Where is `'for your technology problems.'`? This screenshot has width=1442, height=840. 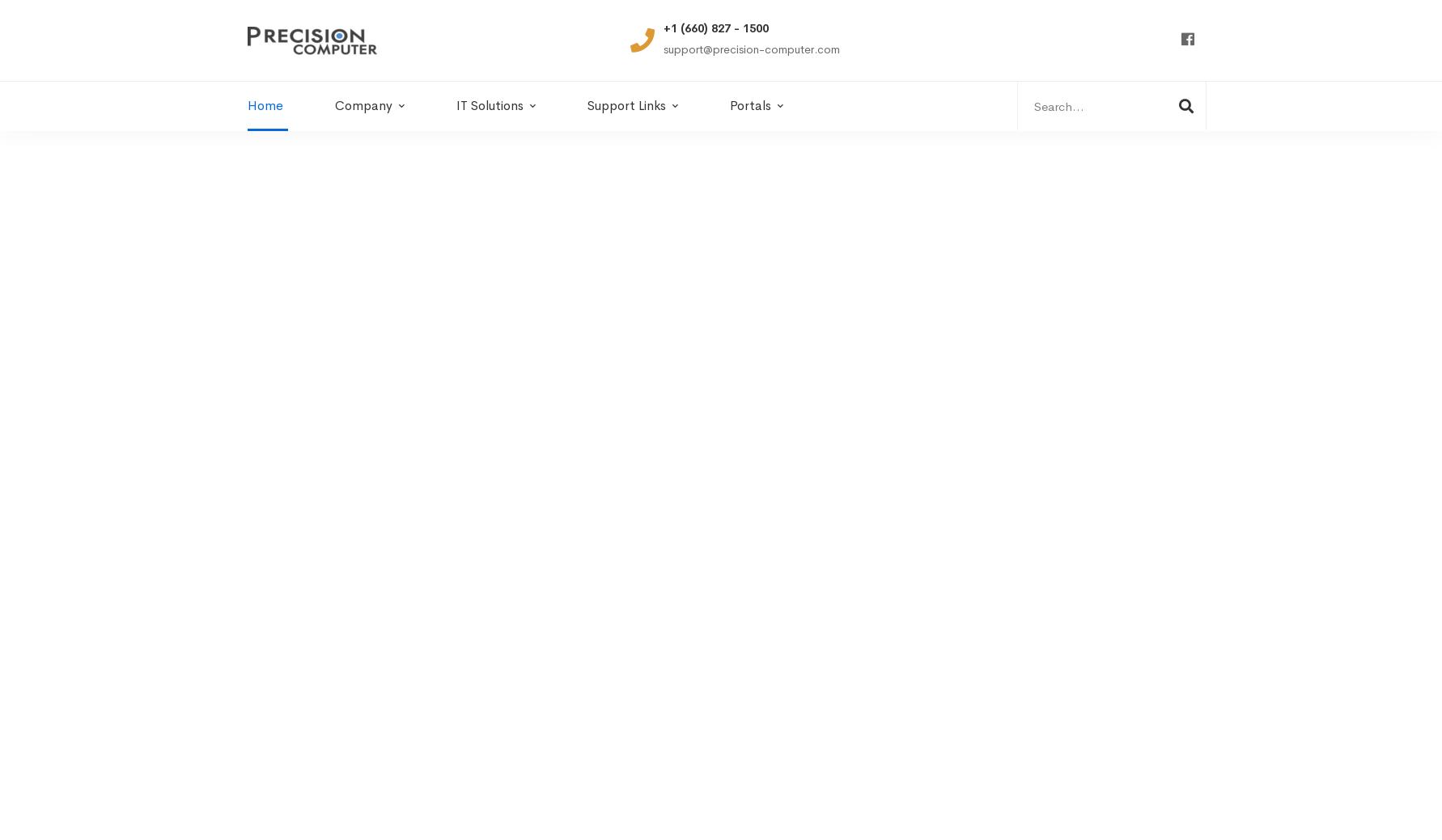
'for your technology problems.' is located at coordinates (594, 679).